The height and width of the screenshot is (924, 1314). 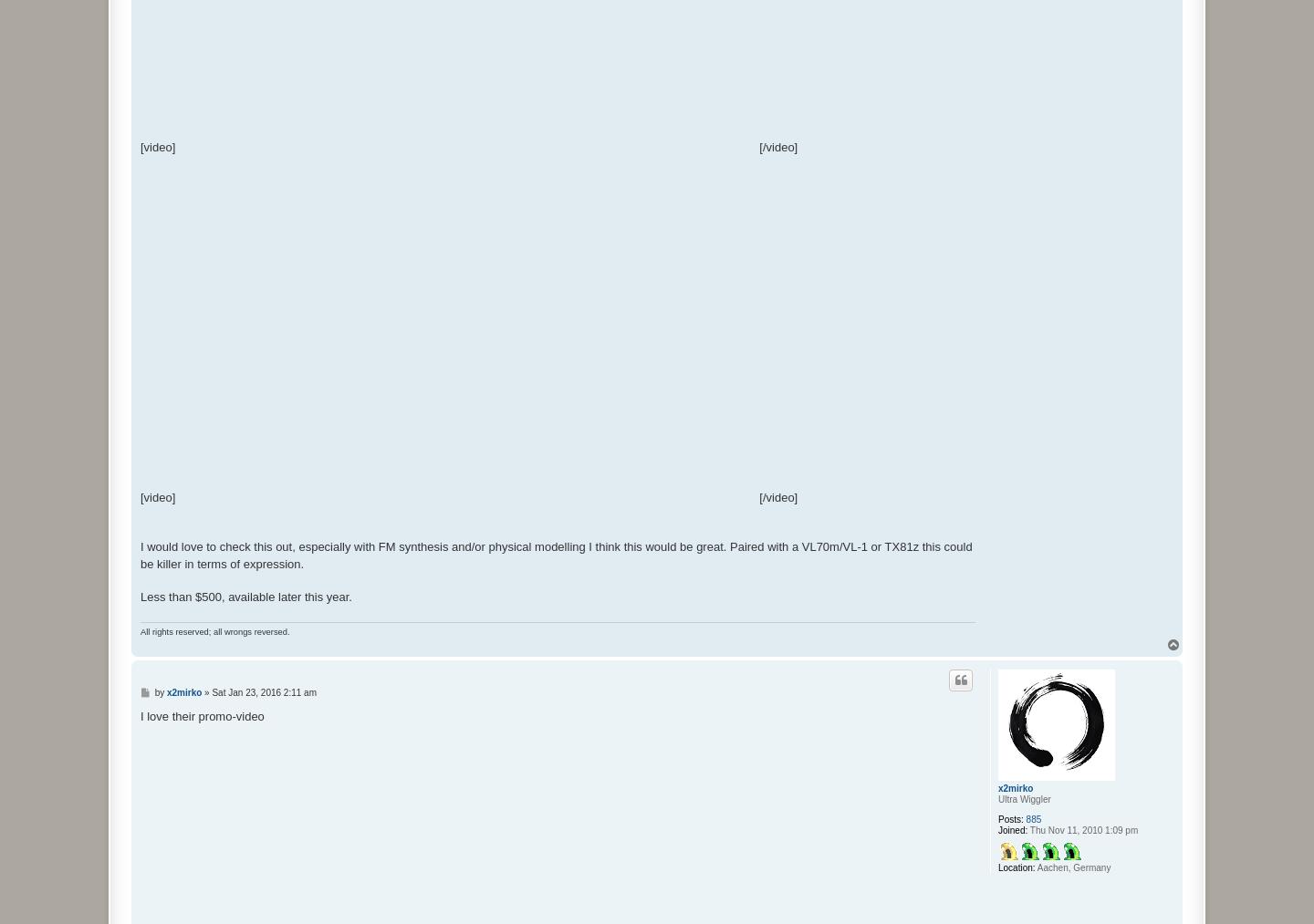 What do you see at coordinates (214, 629) in the screenshot?
I see `'All rights reserved; all wrongs reversed.'` at bounding box center [214, 629].